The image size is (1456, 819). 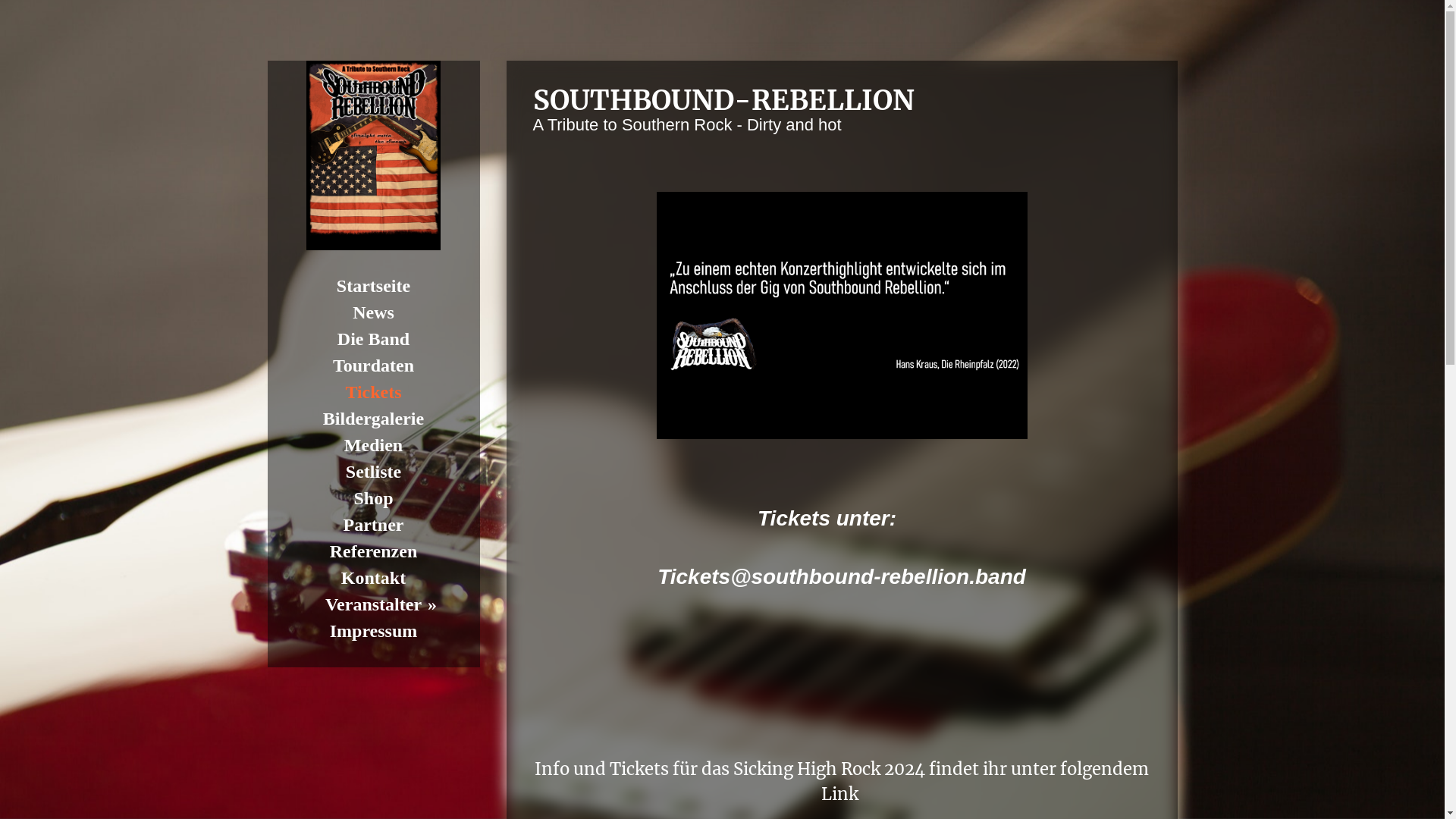 I want to click on 'Die Band', so click(x=372, y=338).